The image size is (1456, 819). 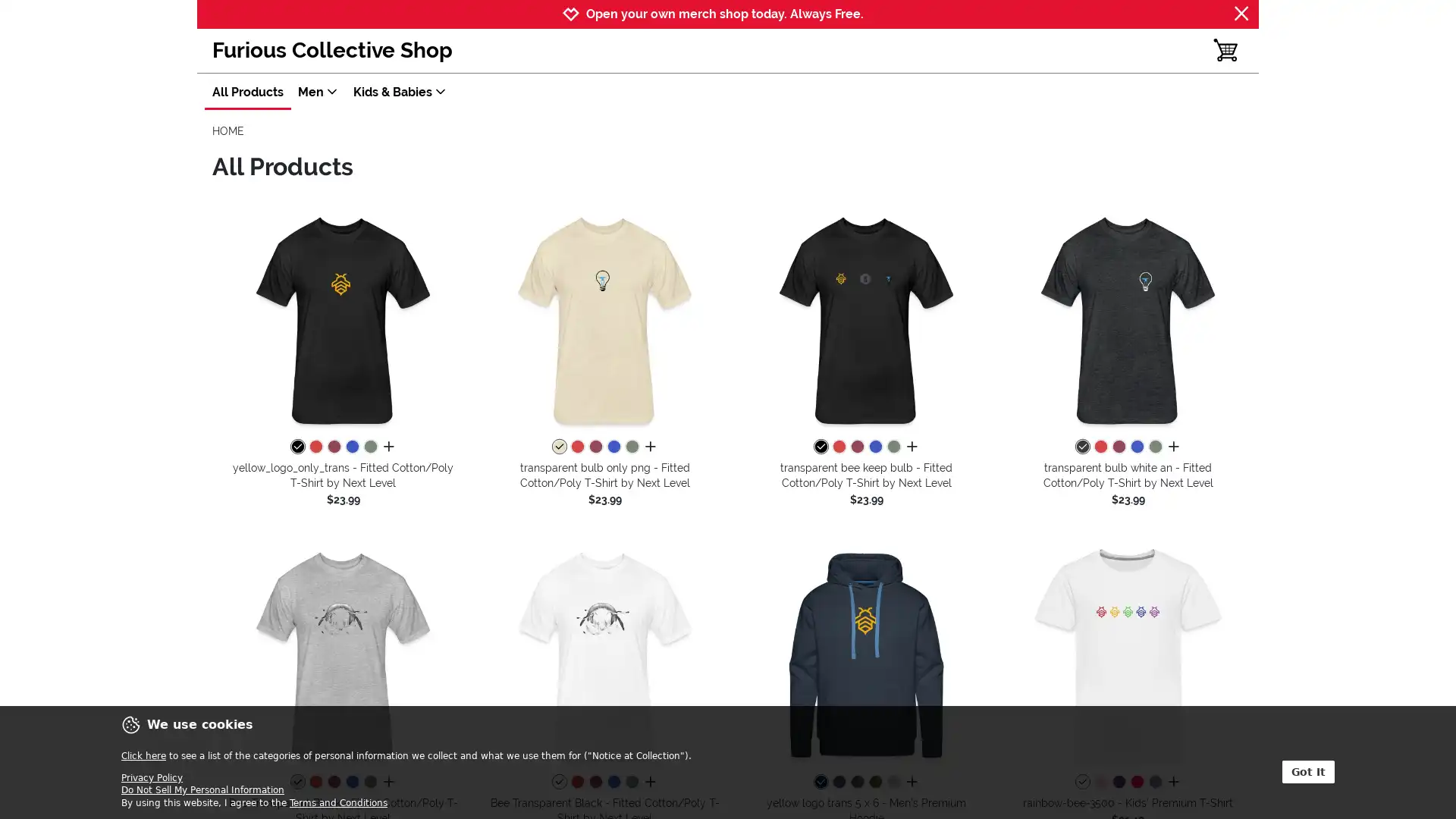 What do you see at coordinates (315, 783) in the screenshot?
I see `heather red` at bounding box center [315, 783].